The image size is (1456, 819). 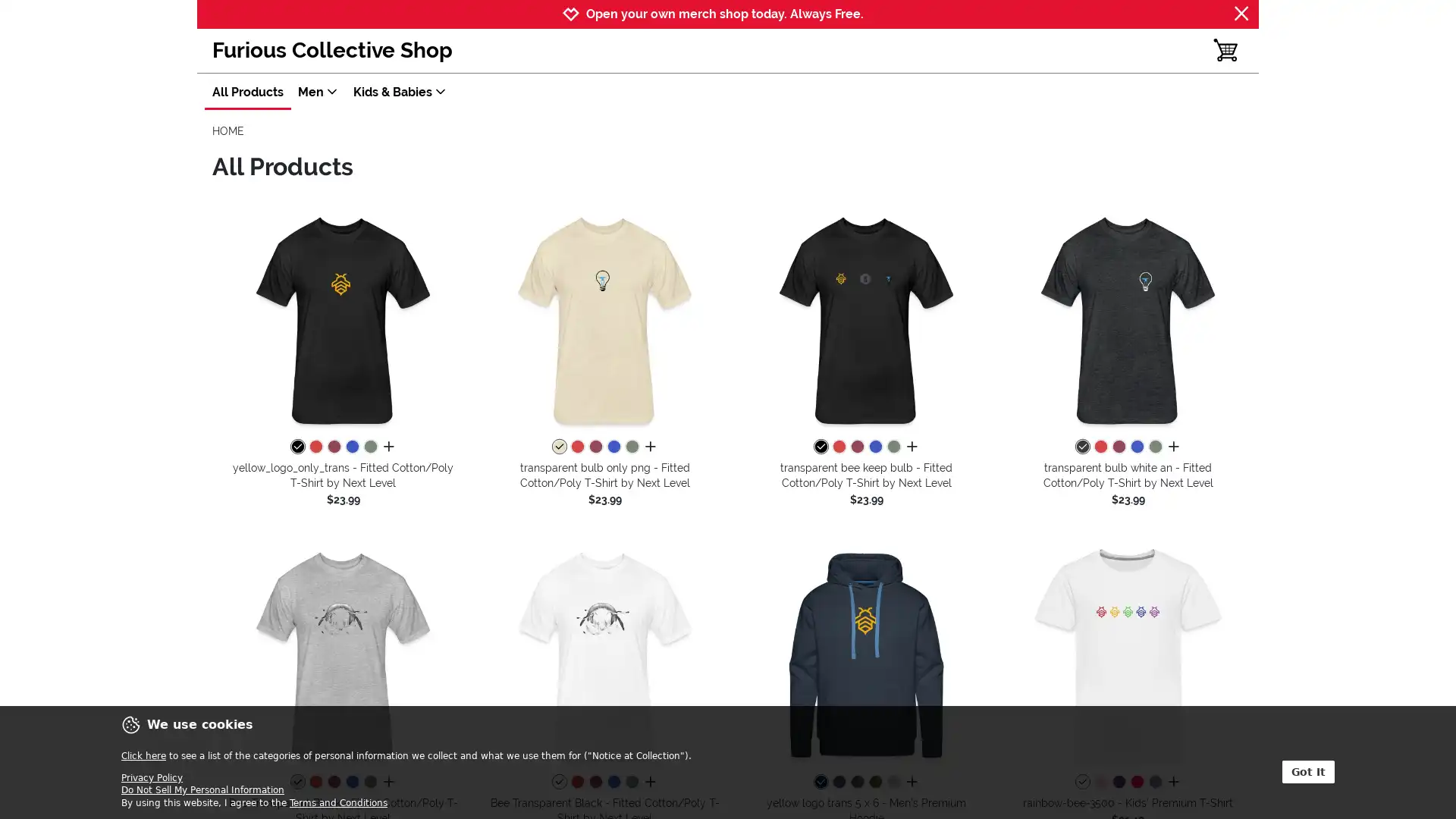 What do you see at coordinates (315, 783) in the screenshot?
I see `heather red` at bounding box center [315, 783].